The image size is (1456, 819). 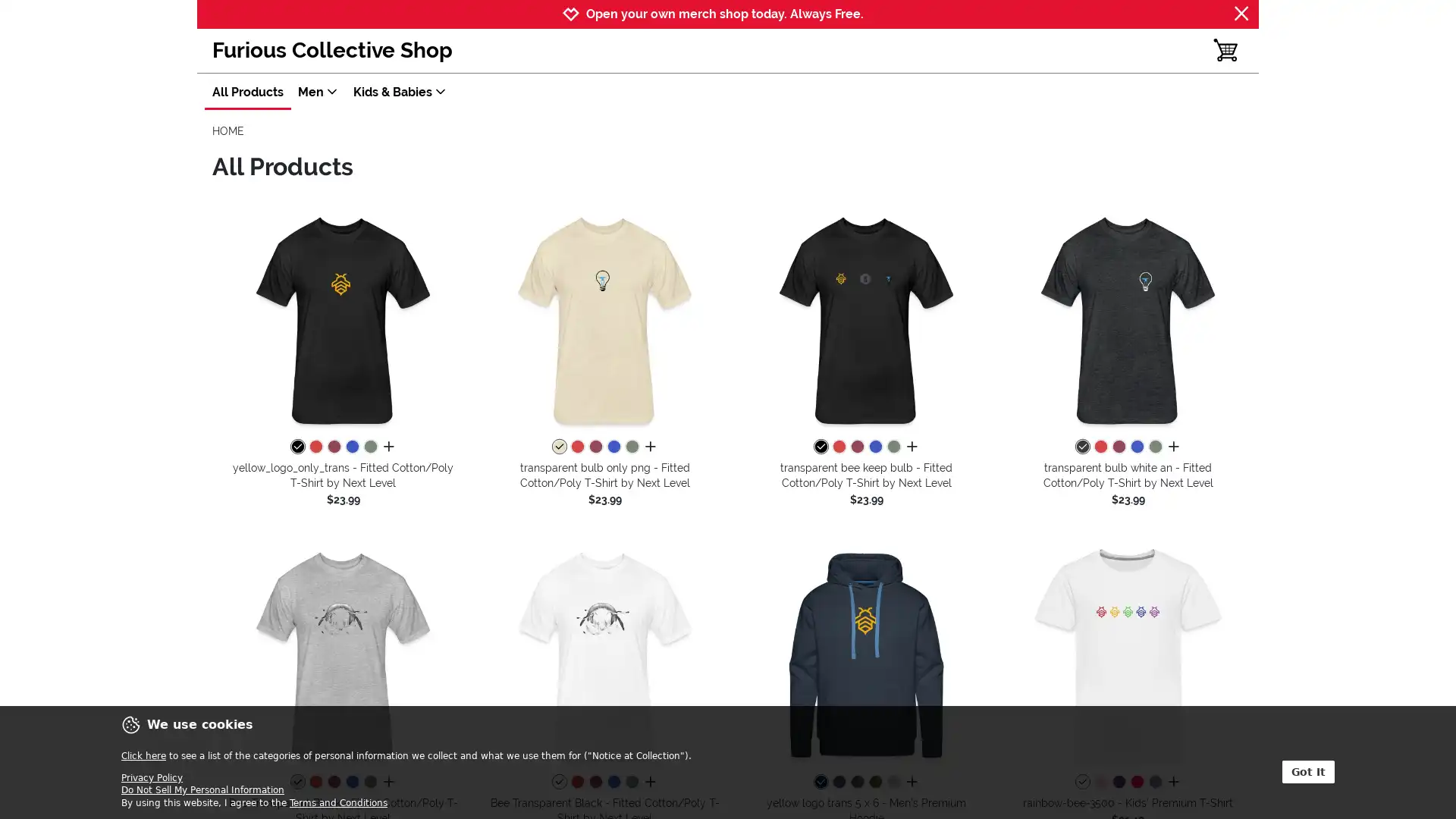 What do you see at coordinates (315, 783) in the screenshot?
I see `heather red` at bounding box center [315, 783].